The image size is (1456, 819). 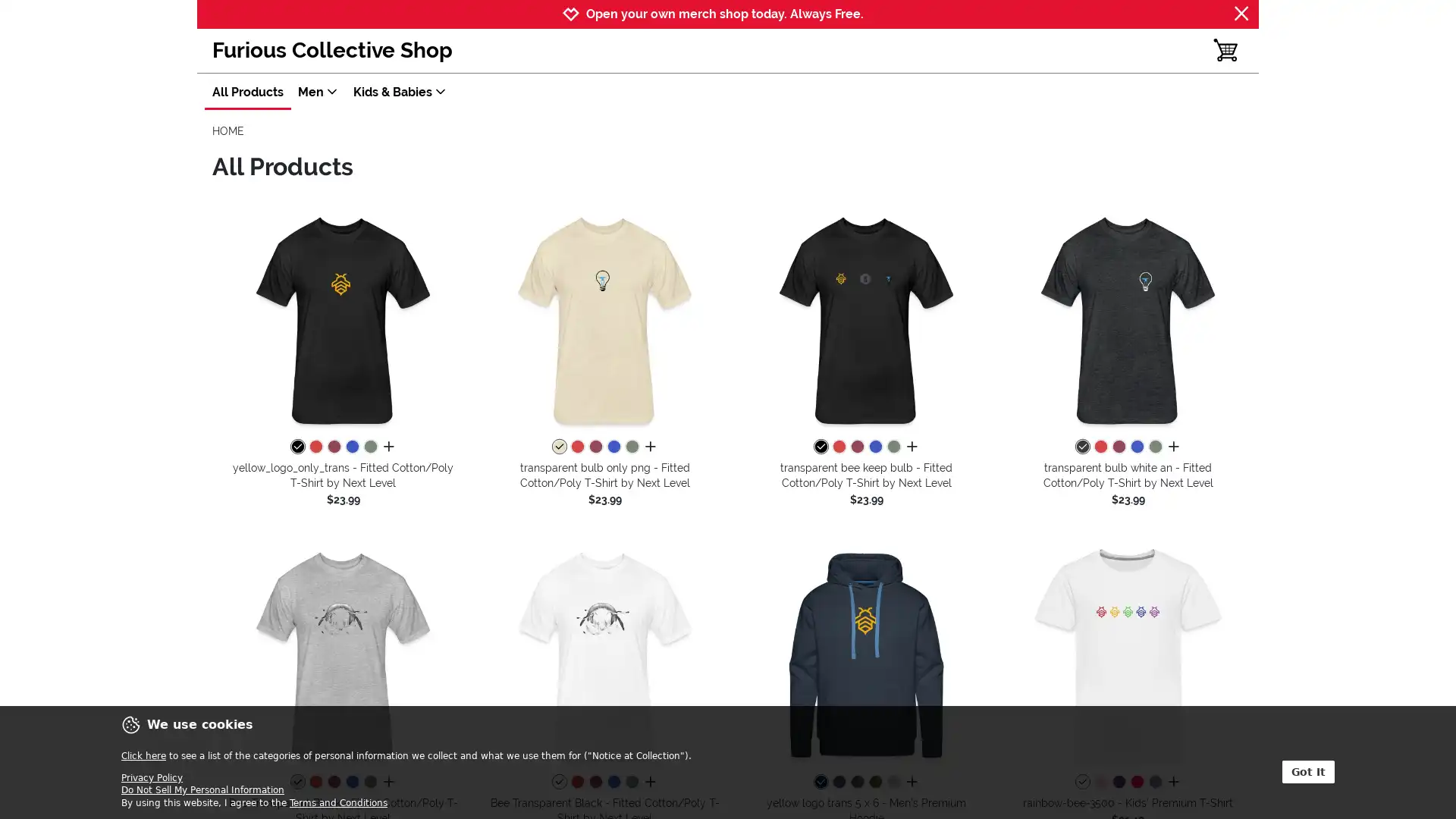 What do you see at coordinates (315, 783) in the screenshot?
I see `heather red` at bounding box center [315, 783].